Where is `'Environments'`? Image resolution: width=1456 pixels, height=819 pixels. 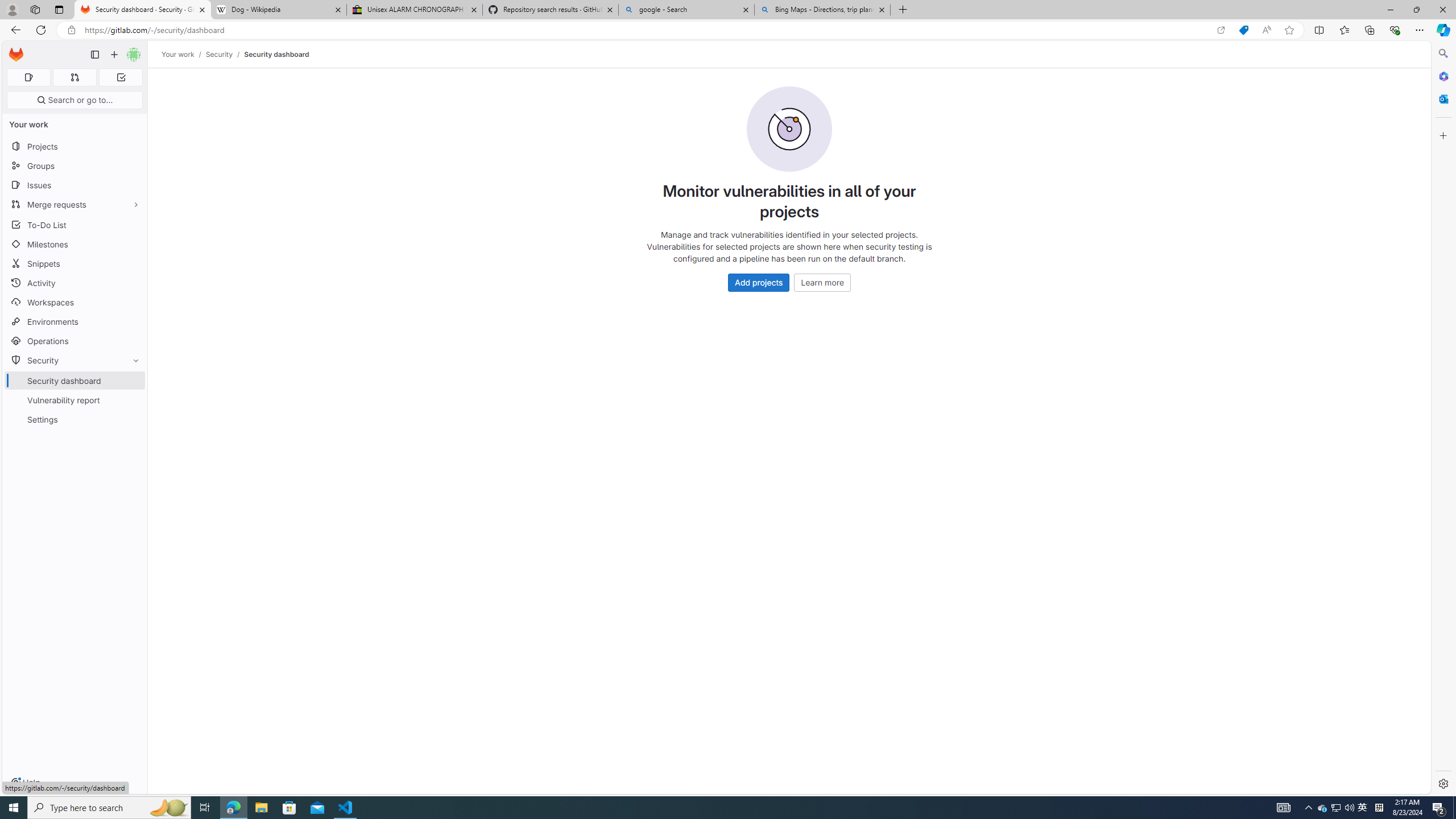 'Environments' is located at coordinates (74, 321).